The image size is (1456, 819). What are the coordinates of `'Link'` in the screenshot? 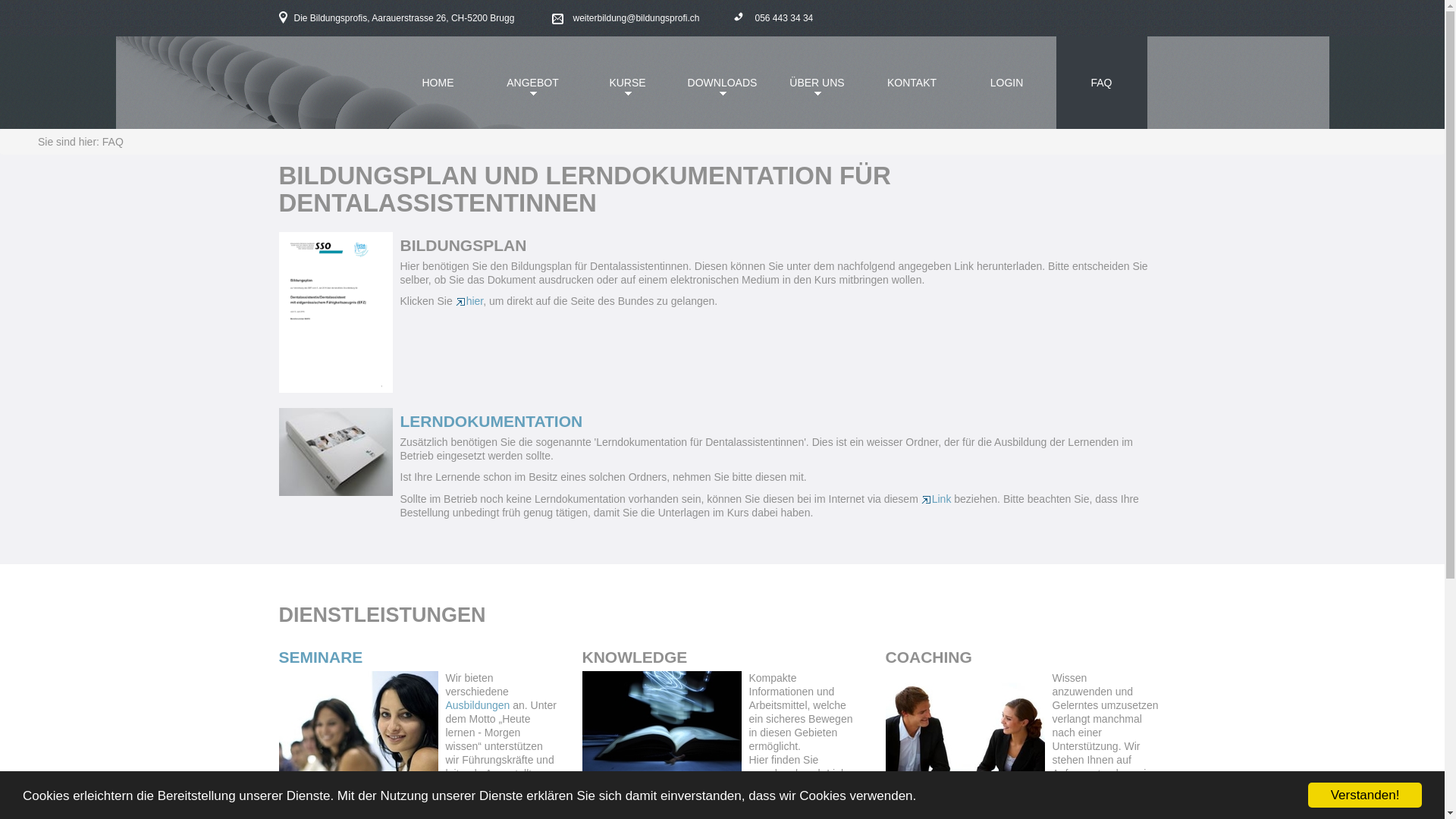 It's located at (920, 499).